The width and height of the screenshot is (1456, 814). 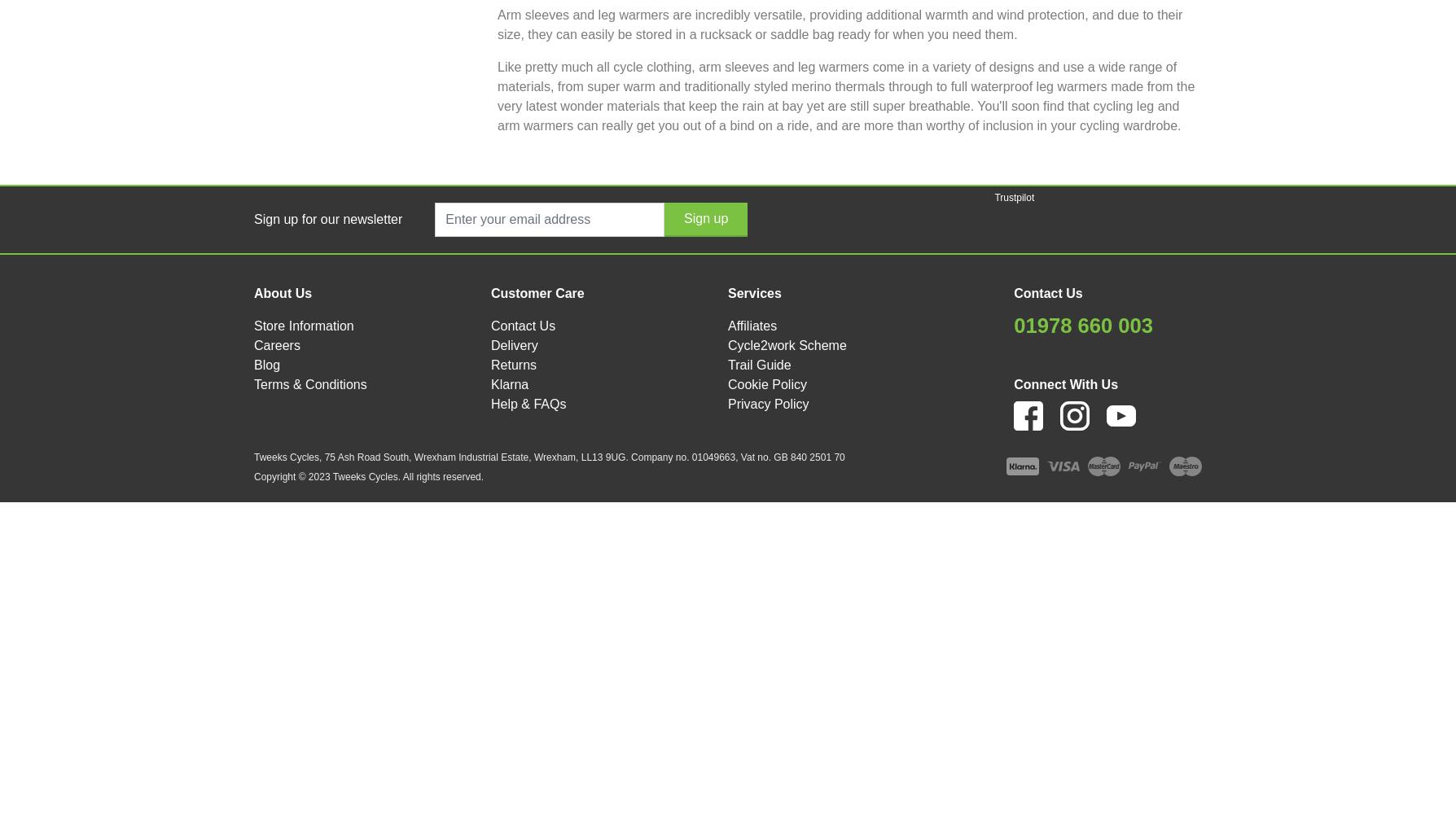 What do you see at coordinates (265, 363) in the screenshot?
I see `'Blog'` at bounding box center [265, 363].